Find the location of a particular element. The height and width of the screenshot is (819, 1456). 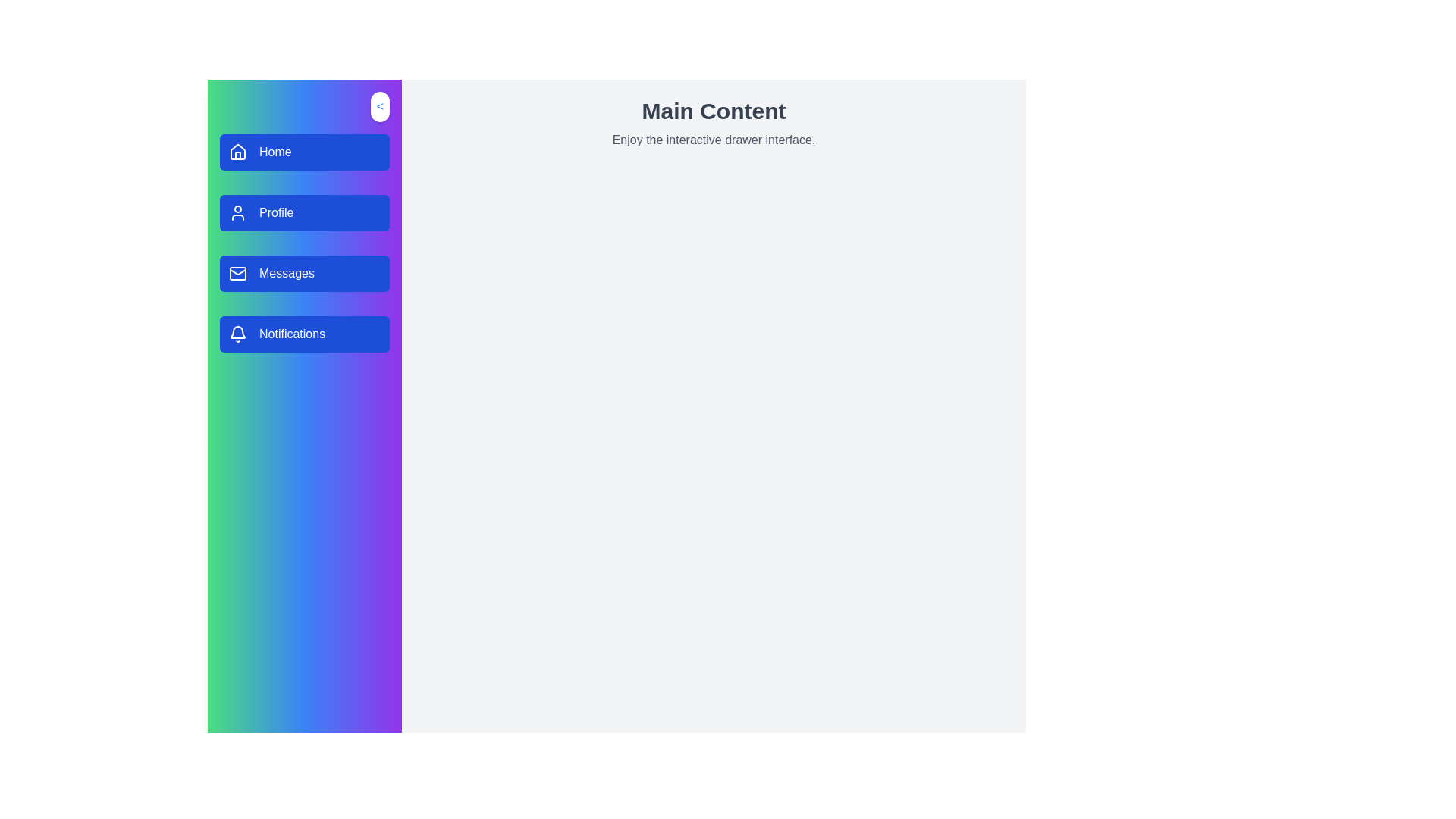

the 'Messages' button located on the sidebar, which contains a mail icon indicating messaging functionalities is located at coordinates (237, 274).